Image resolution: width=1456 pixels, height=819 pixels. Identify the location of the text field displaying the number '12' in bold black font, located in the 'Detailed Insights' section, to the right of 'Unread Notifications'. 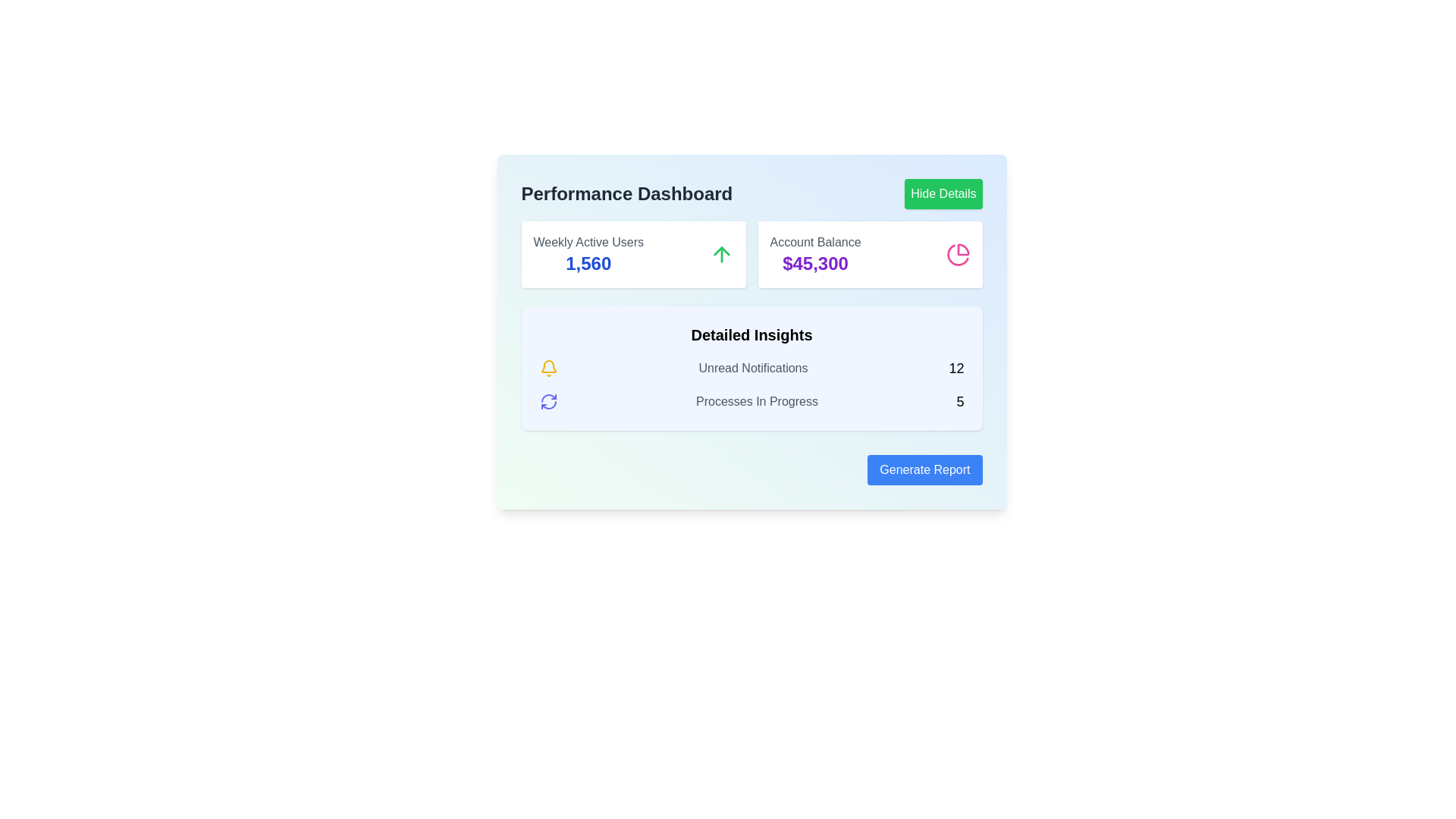
(955, 369).